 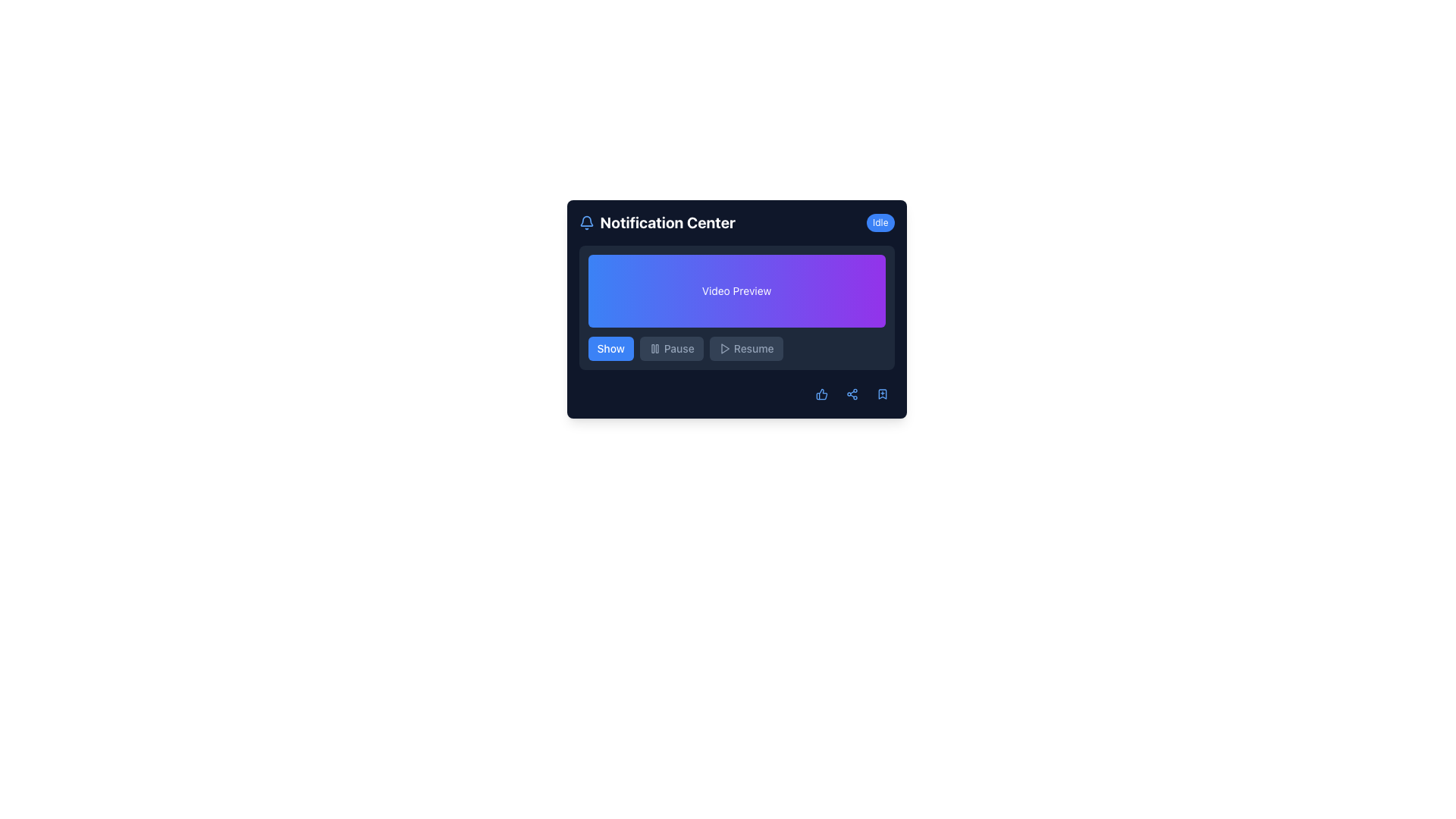 I want to click on the second button, so click(x=684, y=348).